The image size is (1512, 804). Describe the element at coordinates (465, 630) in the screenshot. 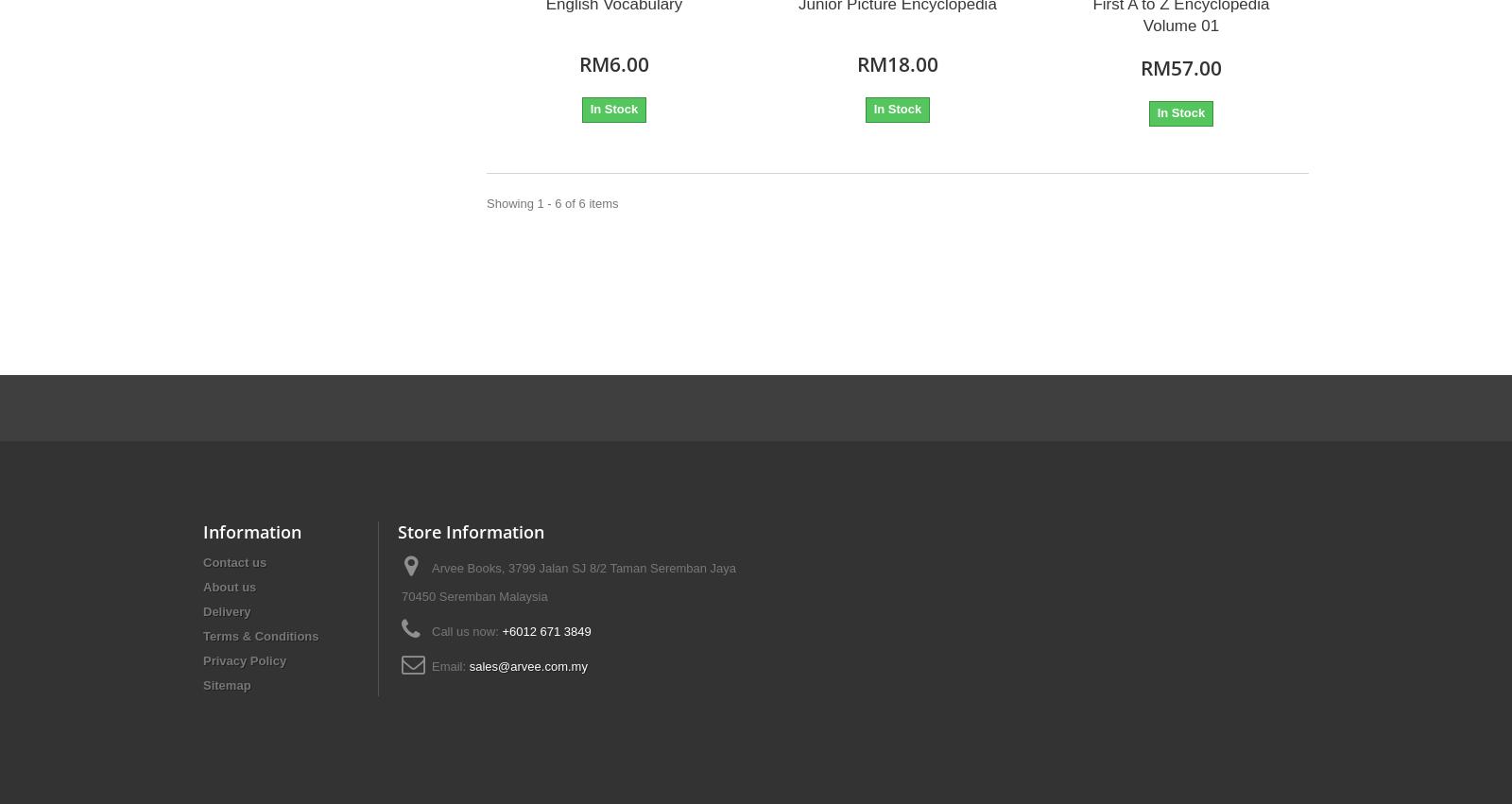

I see `'Call us now:'` at that location.